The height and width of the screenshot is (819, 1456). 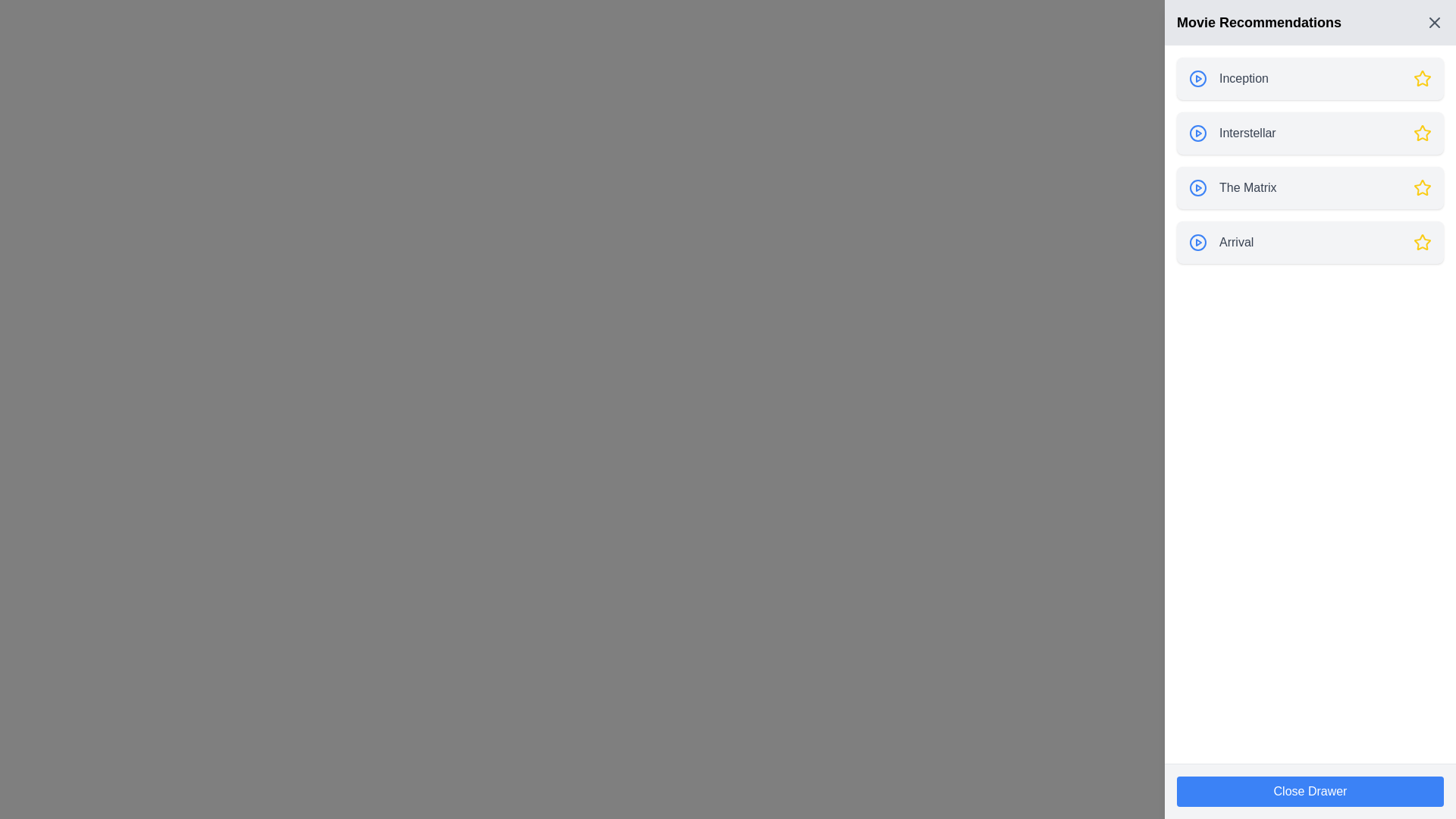 What do you see at coordinates (1197, 242) in the screenshot?
I see `the circular SVG element that is part of the play button for the 'Arrival' movie recommendation entry located at the bottom of the sidebar panel` at bounding box center [1197, 242].